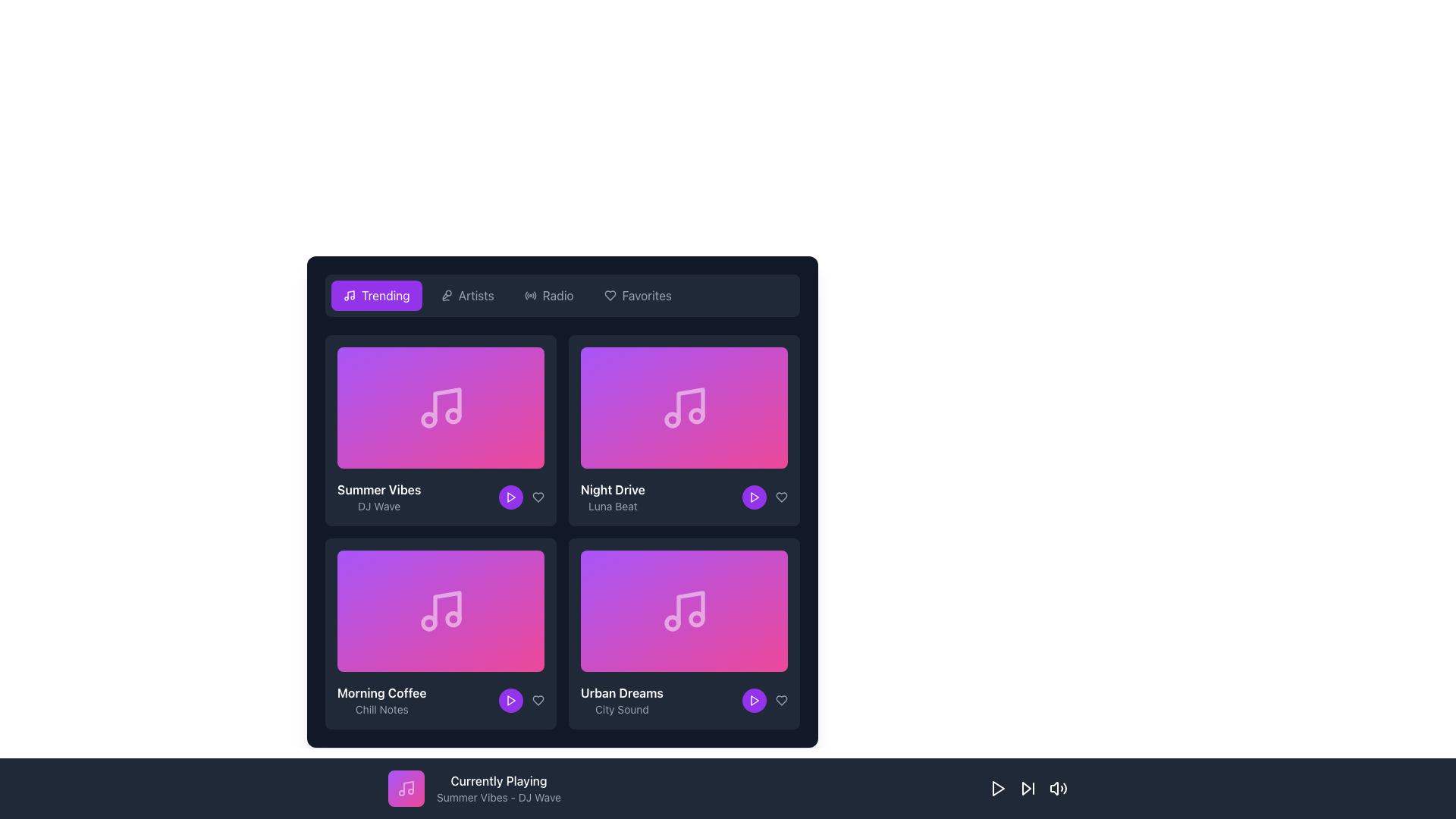  Describe the element at coordinates (683, 406) in the screenshot. I see `the musical note icon on the 'Night Drive' card, which is the second card in the top row of the grid` at that location.